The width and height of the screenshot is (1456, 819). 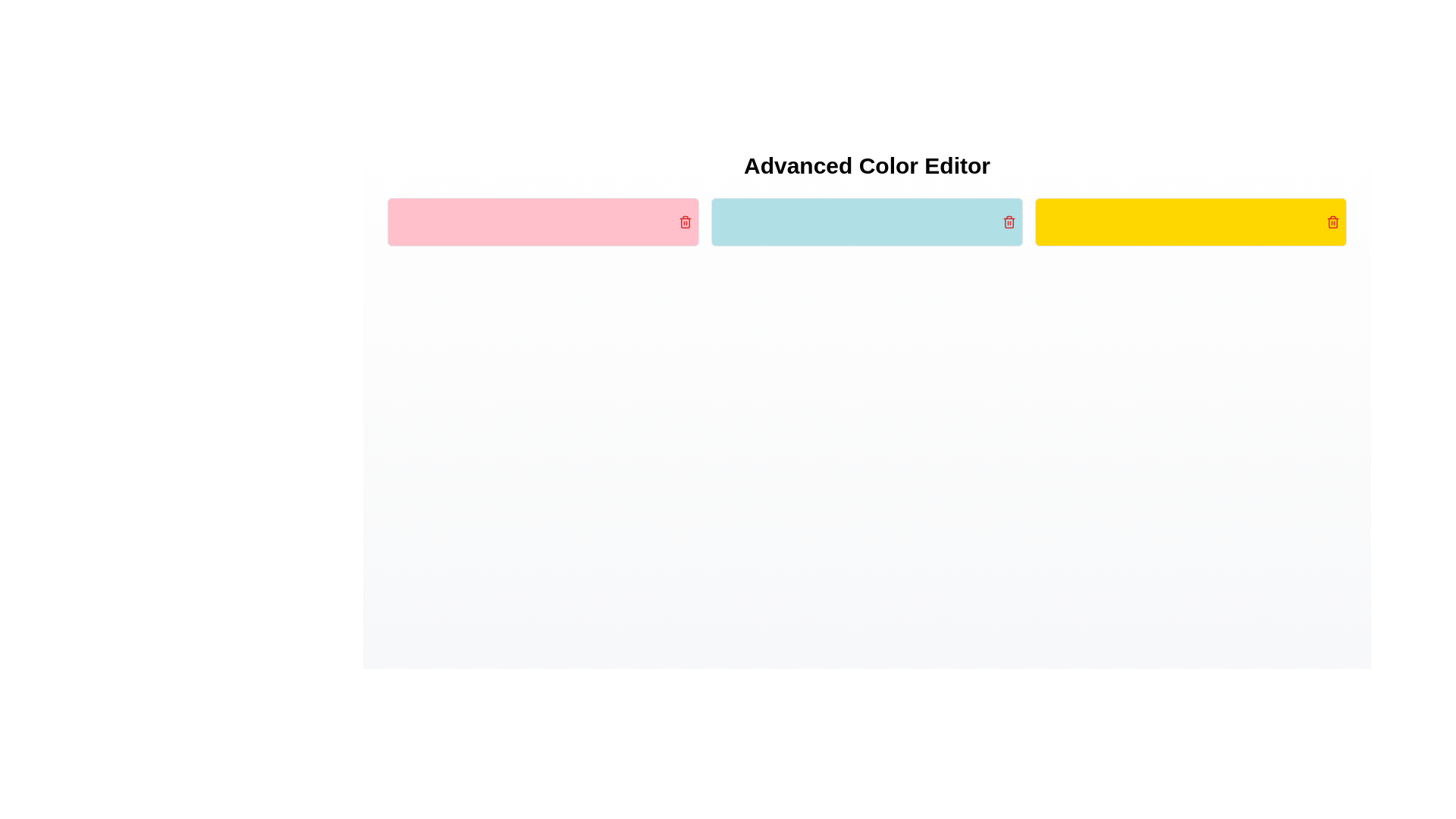 What do you see at coordinates (1332, 222) in the screenshot?
I see `the red trashbin icon located at the far right edge of the yellow rectangular section` at bounding box center [1332, 222].